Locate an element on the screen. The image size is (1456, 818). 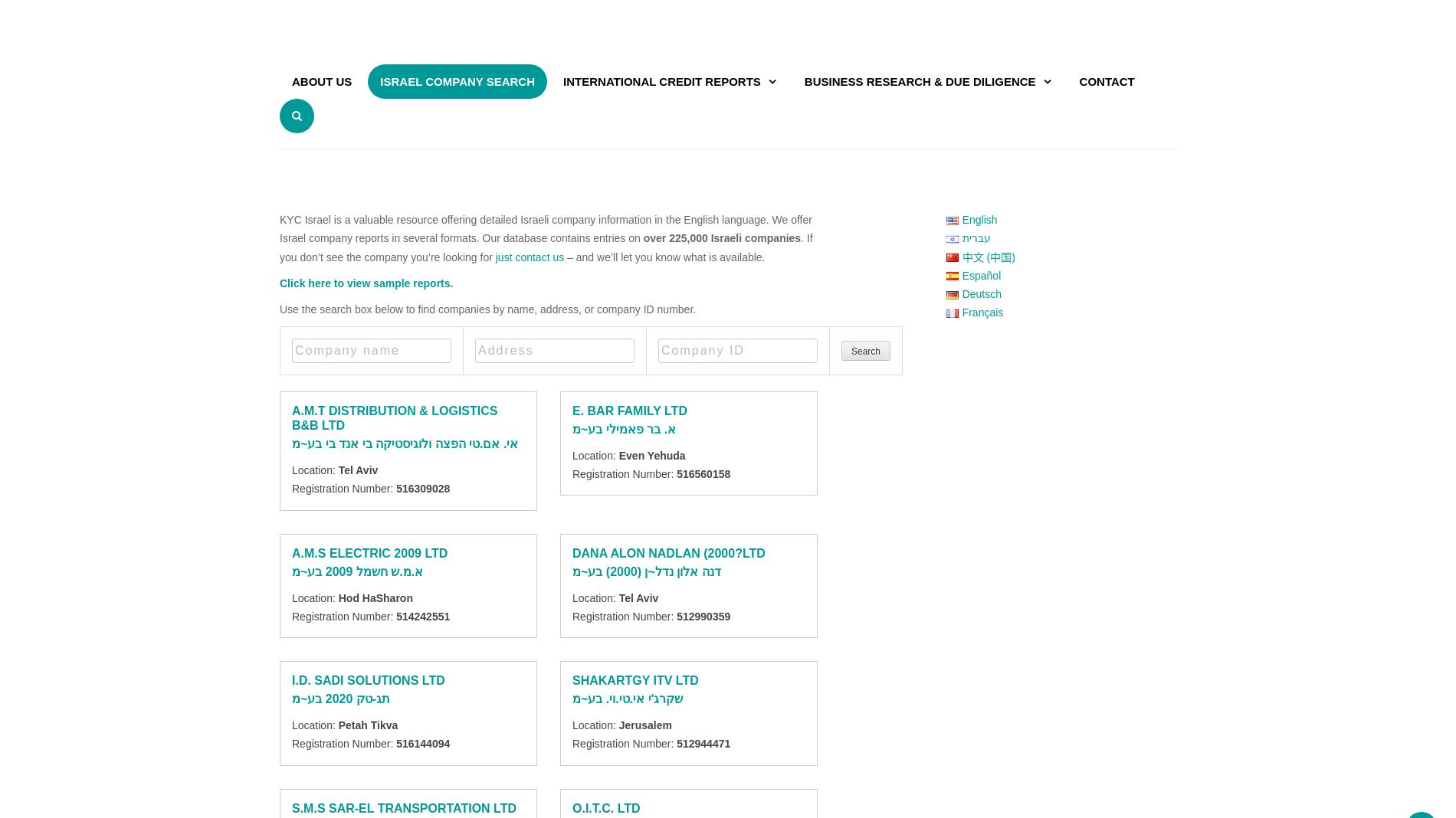
'KYC Israel is a valuable resource offering detailed Israeli company information in the English language. We offer Israel company reports in several formats. Our database contains entries on' is located at coordinates (545, 228).